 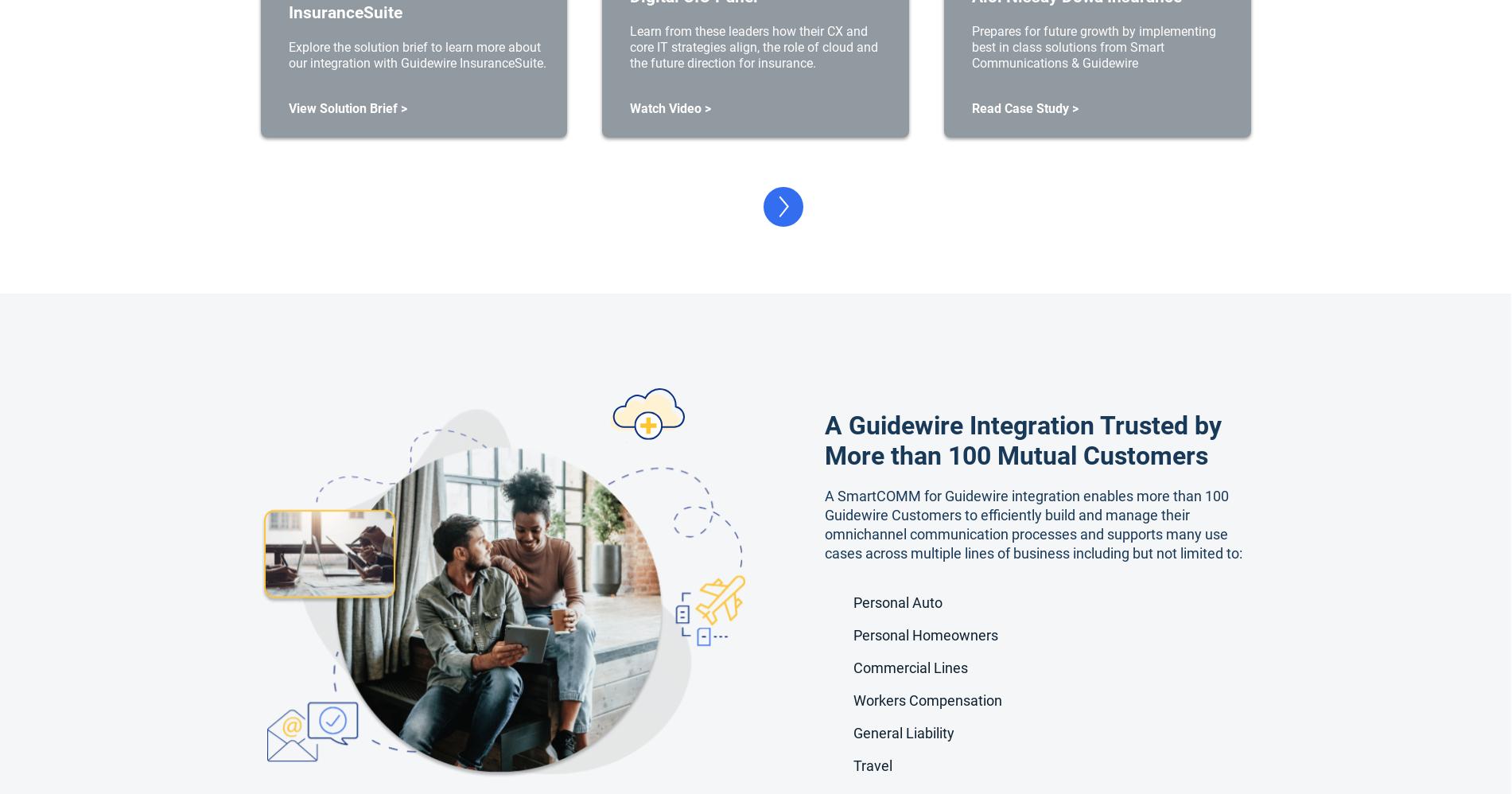 I want to click on 'Prepares for future growth by implementing best in class solutions from Smart Communications & Guidewire', so click(x=1094, y=45).